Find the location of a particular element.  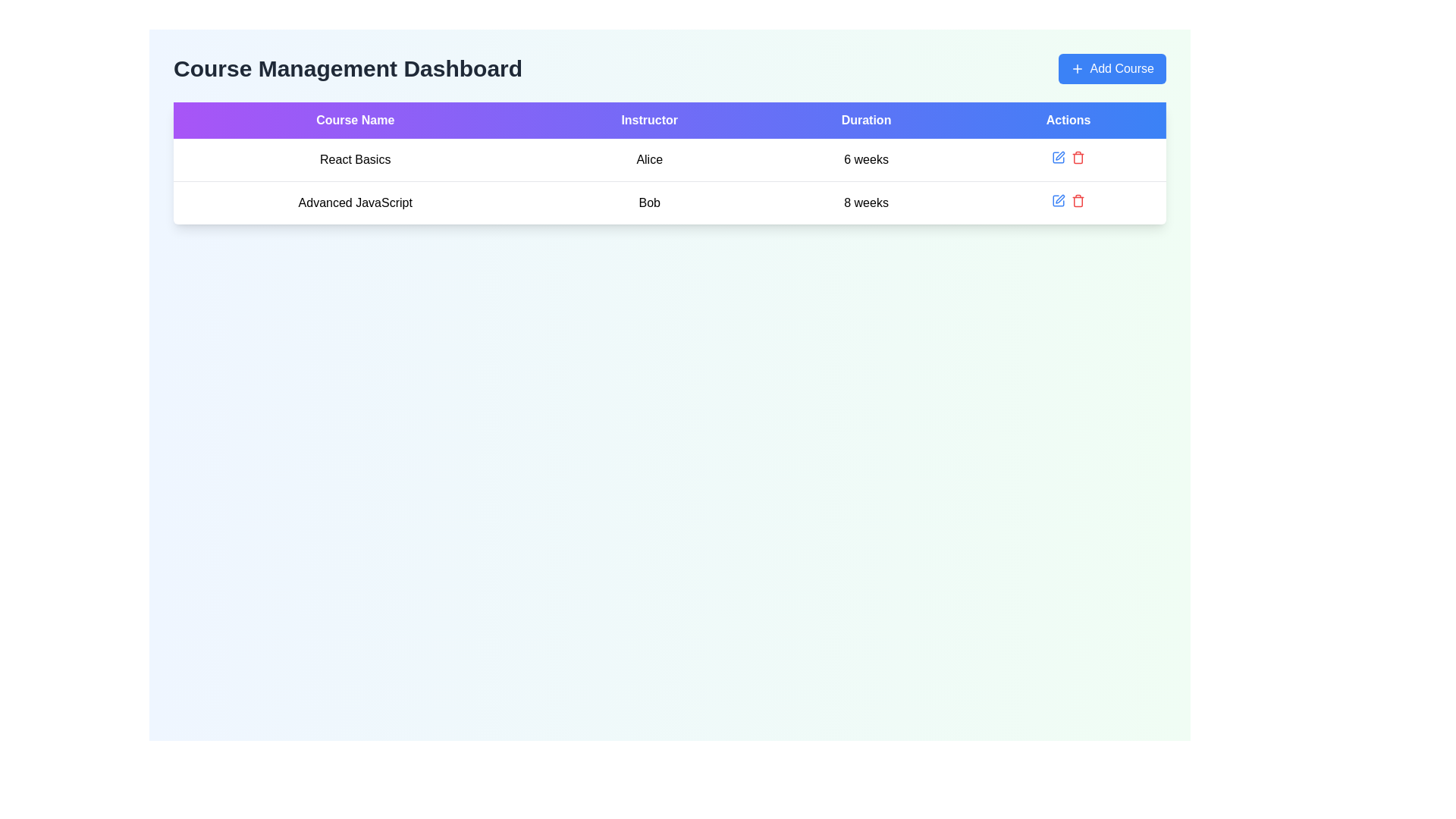

the blue edit icon and the red delete icon in the action buttons group located in the 'Actions' column of the second row for the 'Advanced JavaScript' course is located at coordinates (1068, 200).